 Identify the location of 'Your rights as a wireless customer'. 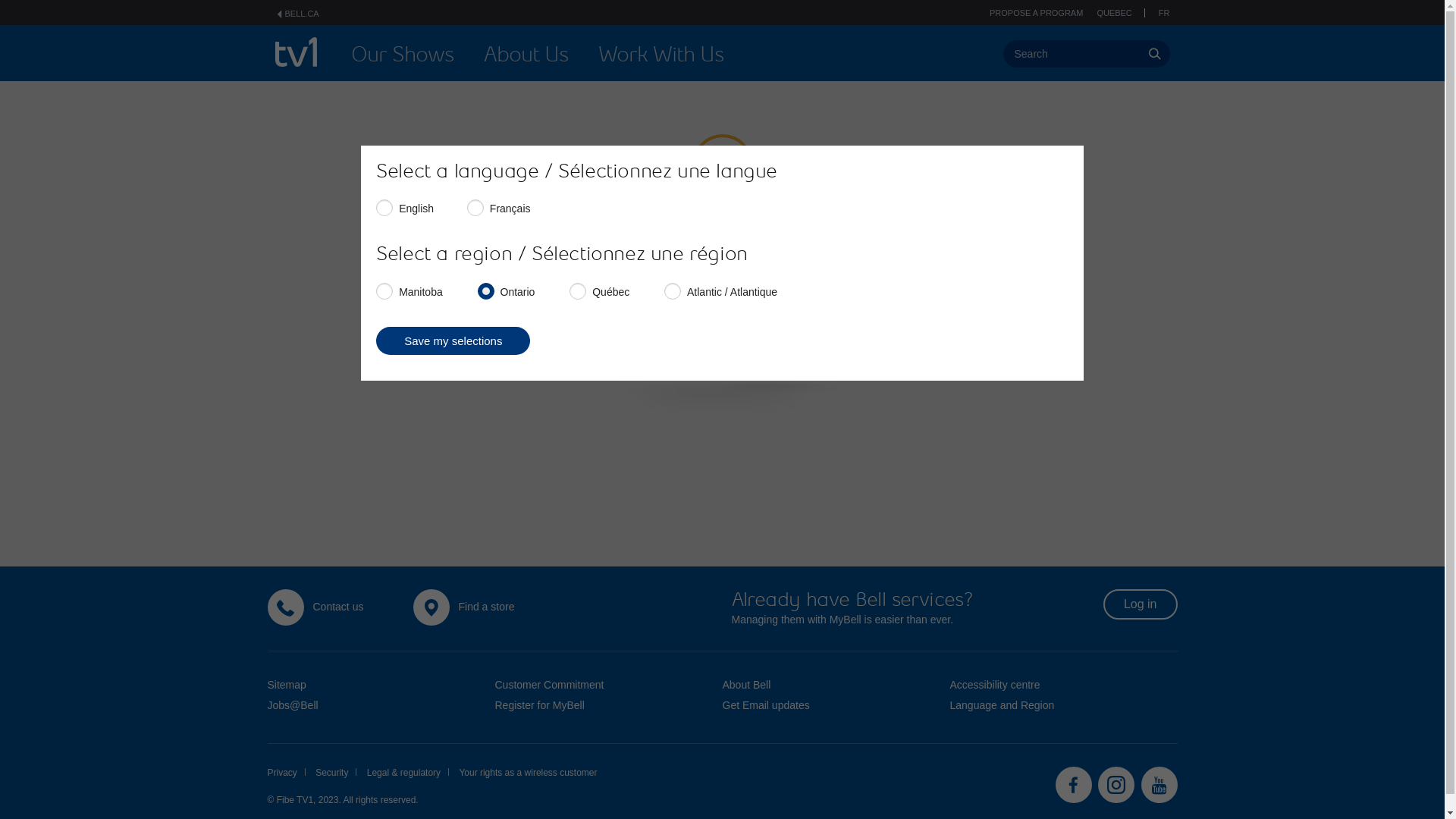
(528, 773).